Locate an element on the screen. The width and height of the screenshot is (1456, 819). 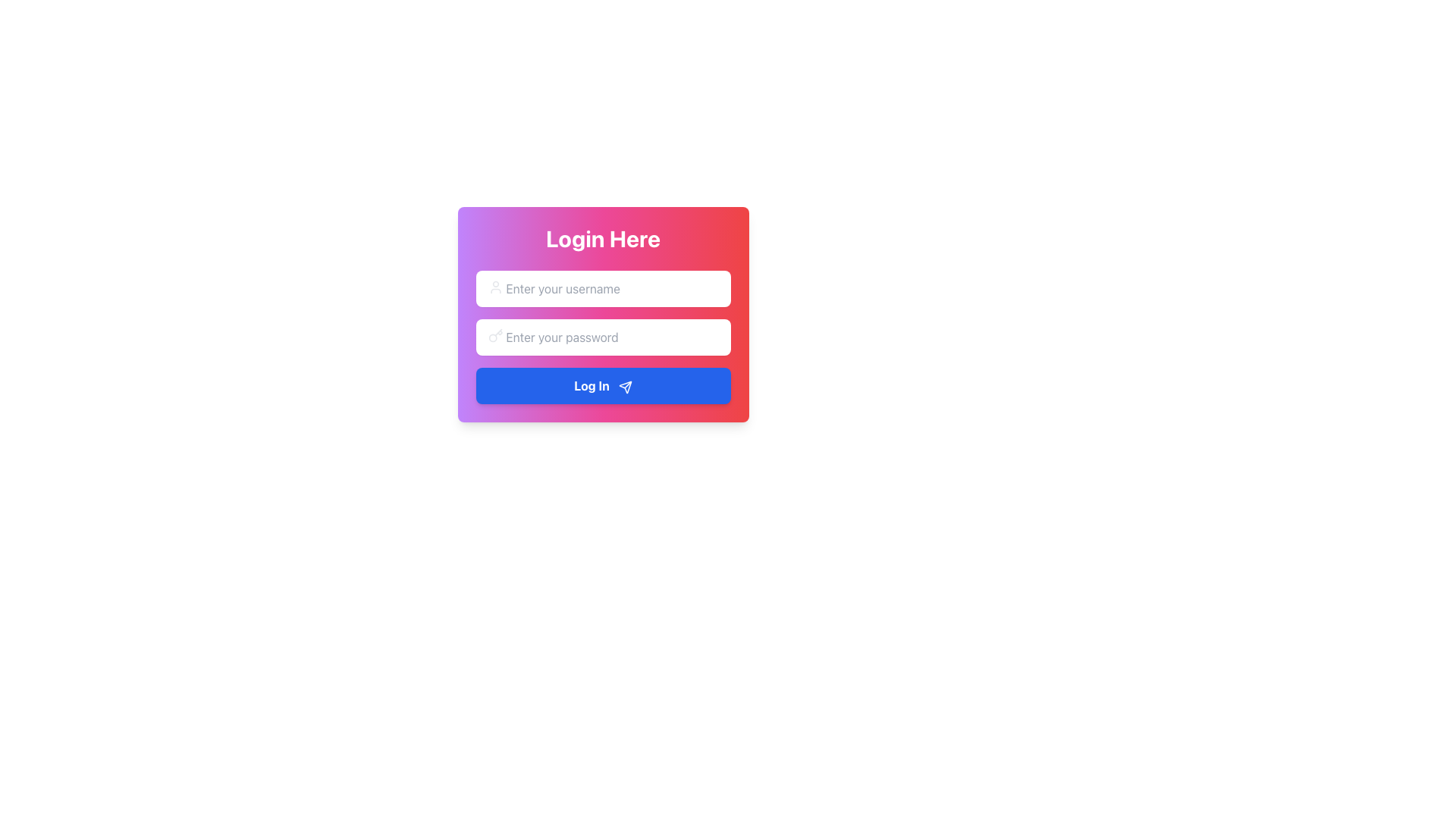
the appearance of the blue paper plane icon located to the right of the 'Log In' button text is located at coordinates (625, 386).